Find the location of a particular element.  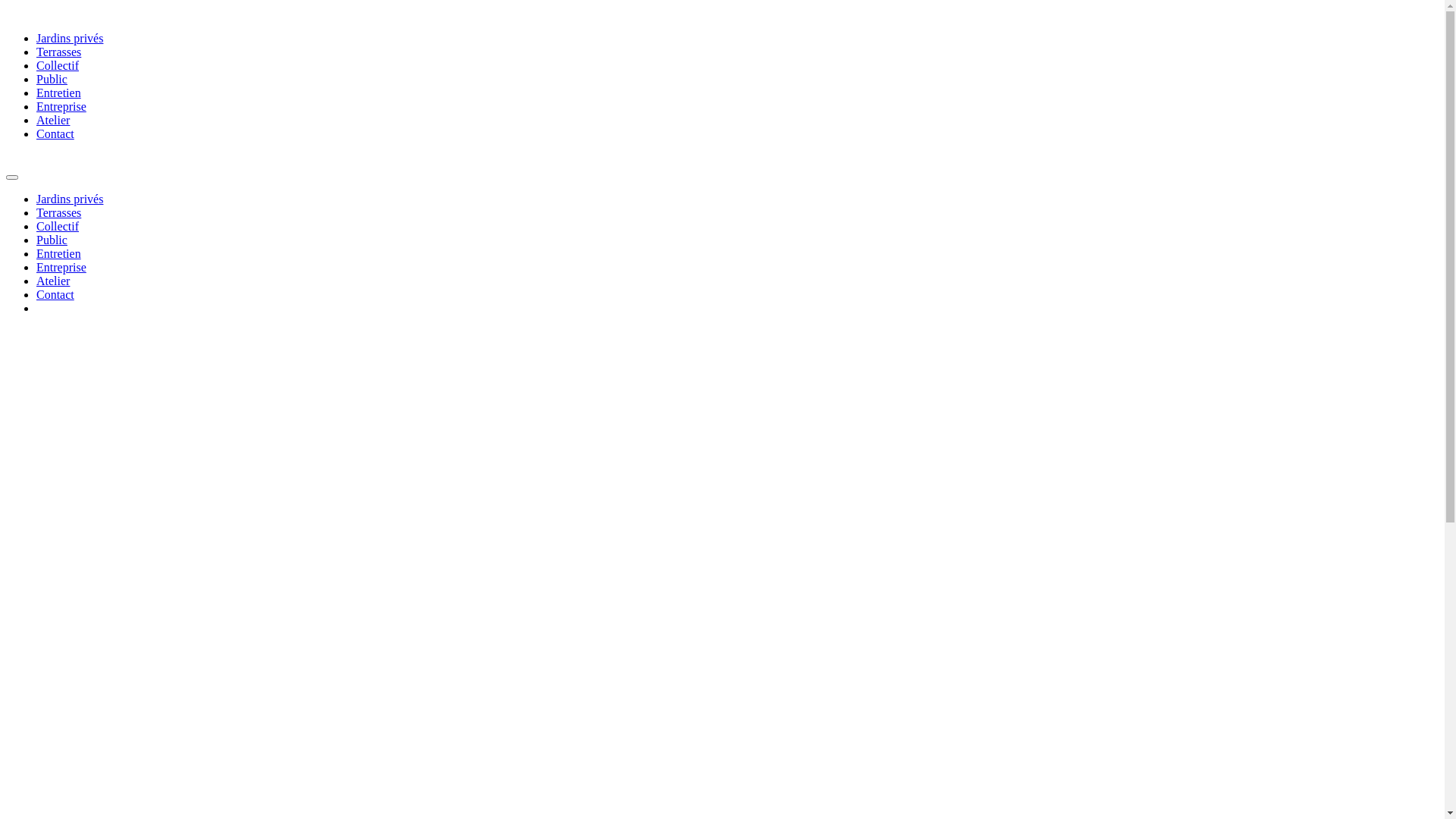

'Contact' is located at coordinates (55, 133).